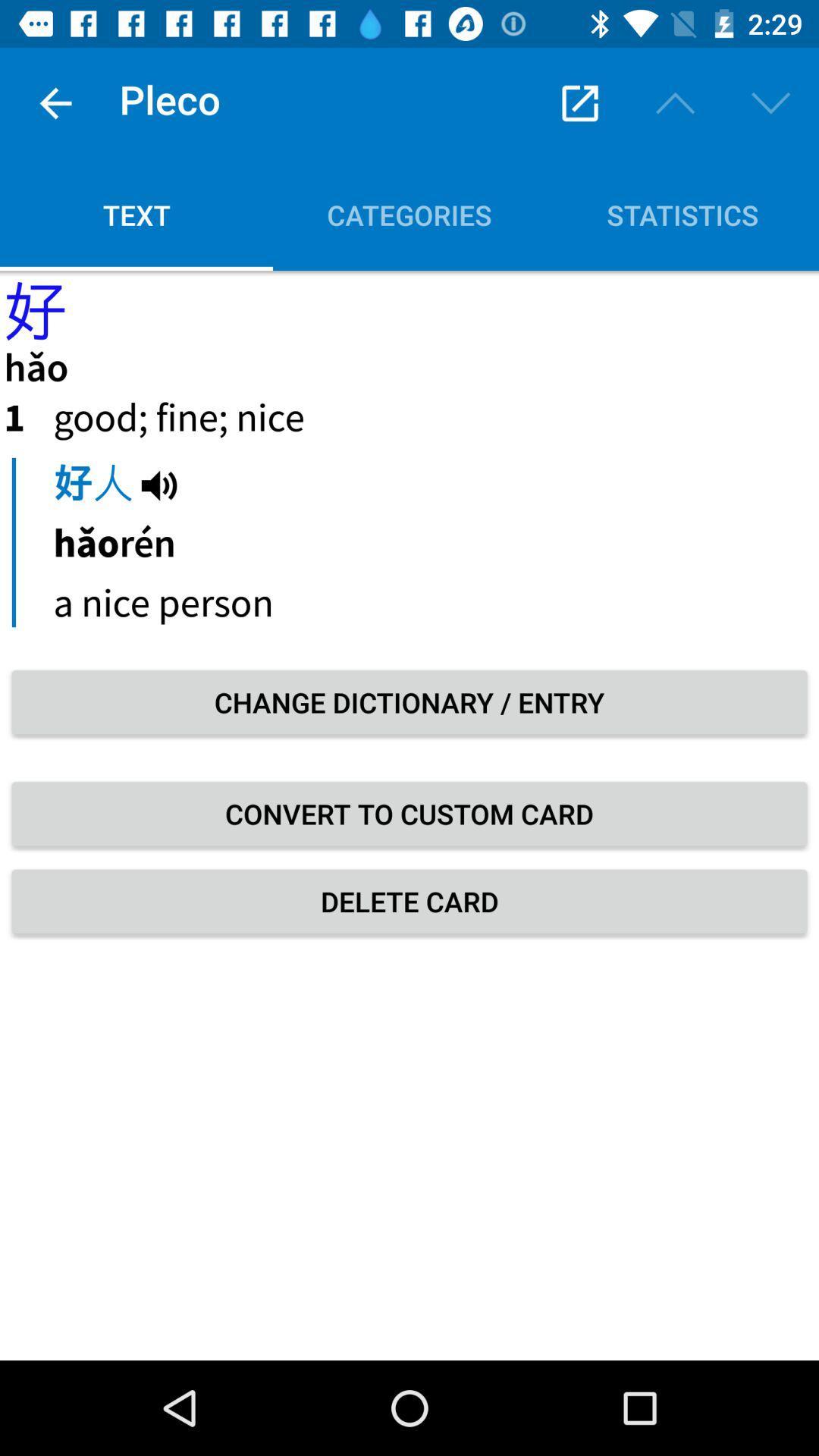 The width and height of the screenshot is (819, 1456). I want to click on icon next to the categories icon, so click(136, 214).